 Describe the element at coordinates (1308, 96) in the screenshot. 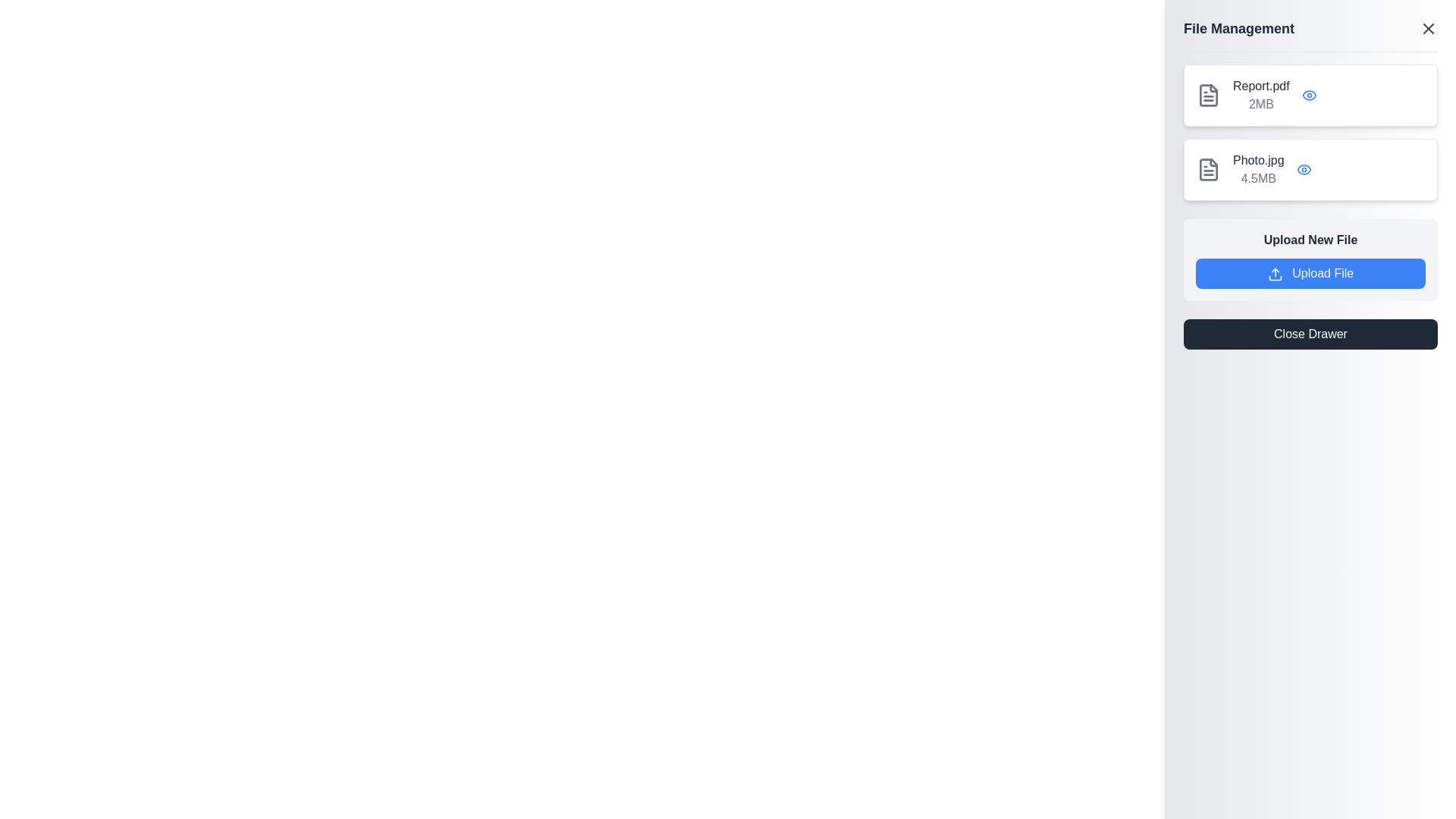

I see `the icon button located to the right of the 'Report.pdf' entry, next to the '2MB' label` at that location.